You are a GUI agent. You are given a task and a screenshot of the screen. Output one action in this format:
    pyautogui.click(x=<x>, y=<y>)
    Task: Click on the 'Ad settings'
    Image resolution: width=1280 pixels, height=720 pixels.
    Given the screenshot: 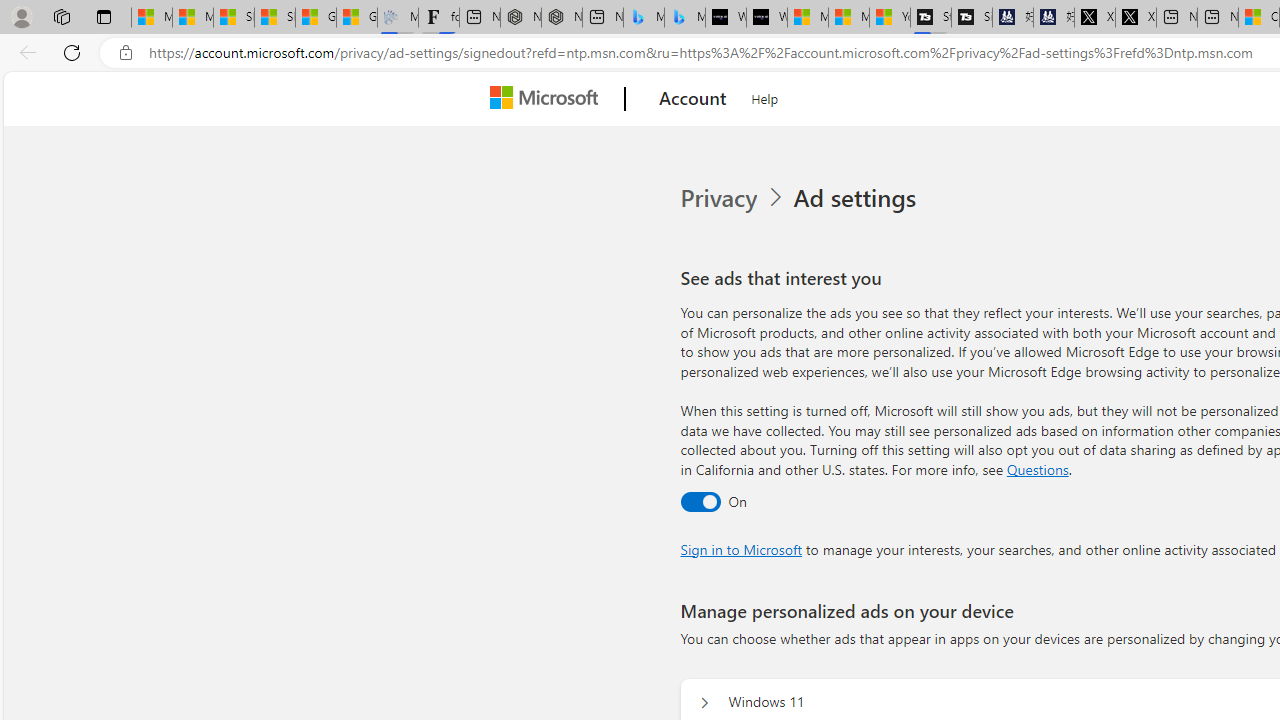 What is the action you would take?
    pyautogui.click(x=858, y=198)
    